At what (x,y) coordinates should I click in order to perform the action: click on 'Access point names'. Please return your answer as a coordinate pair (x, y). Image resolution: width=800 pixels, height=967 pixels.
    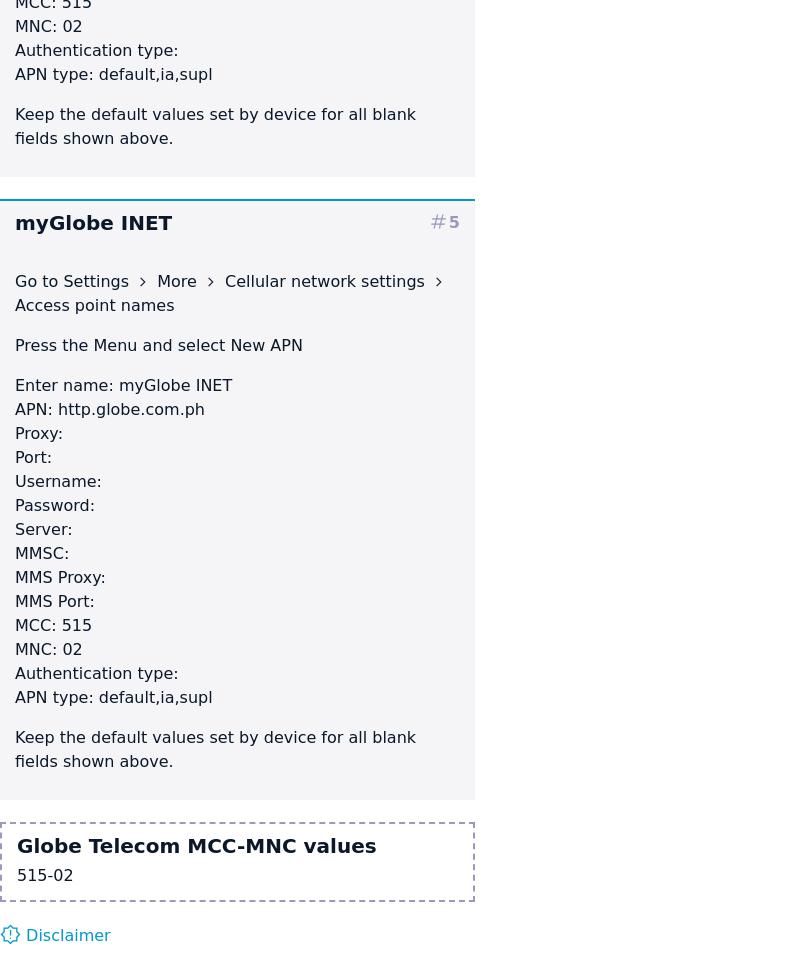
    Looking at the image, I should click on (94, 305).